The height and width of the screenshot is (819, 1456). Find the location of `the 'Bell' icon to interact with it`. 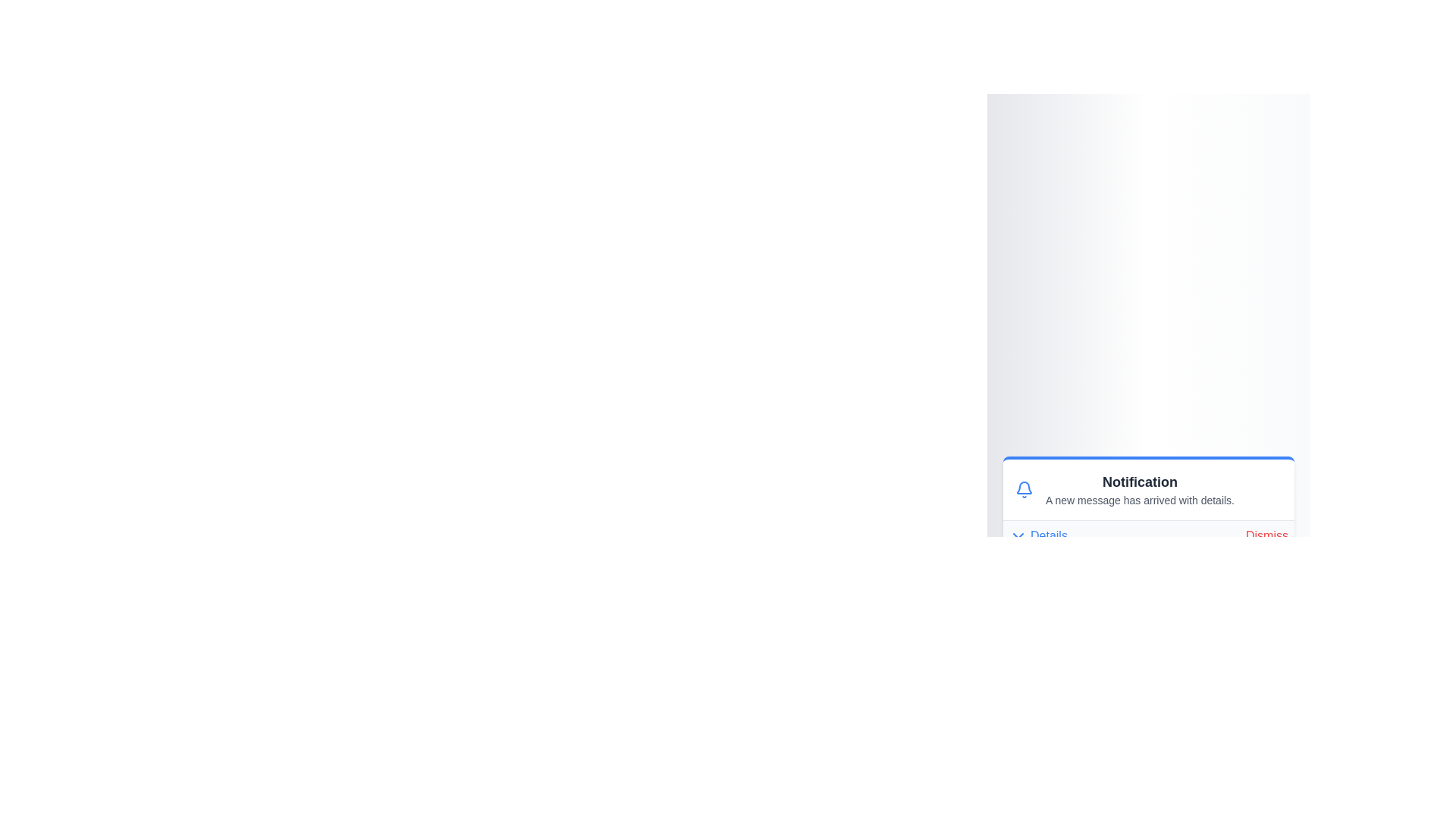

the 'Bell' icon to interact with it is located at coordinates (1024, 488).